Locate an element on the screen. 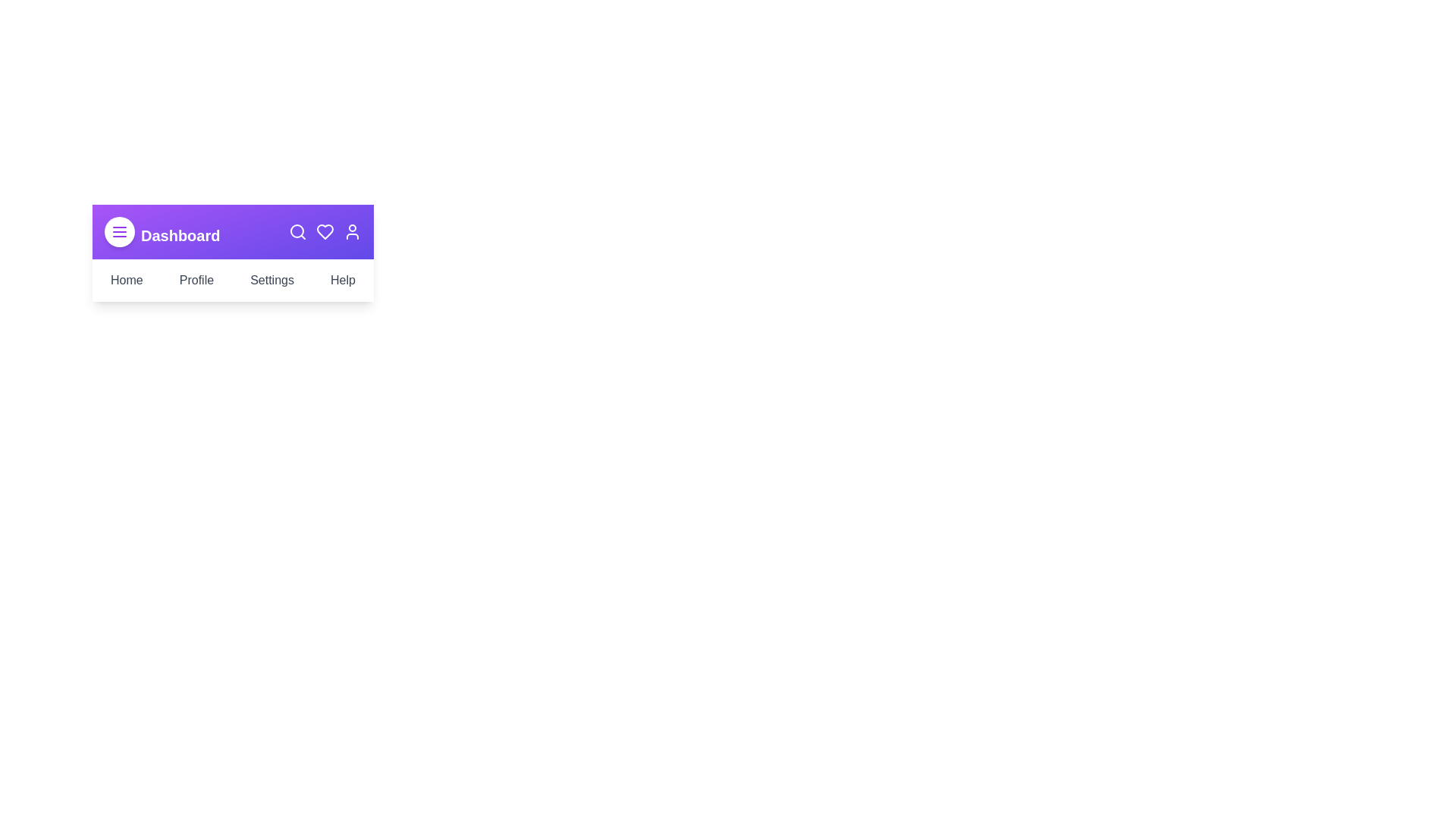 This screenshot has height=819, width=1456. the Help menu item in the navigation menu is located at coordinates (341, 281).